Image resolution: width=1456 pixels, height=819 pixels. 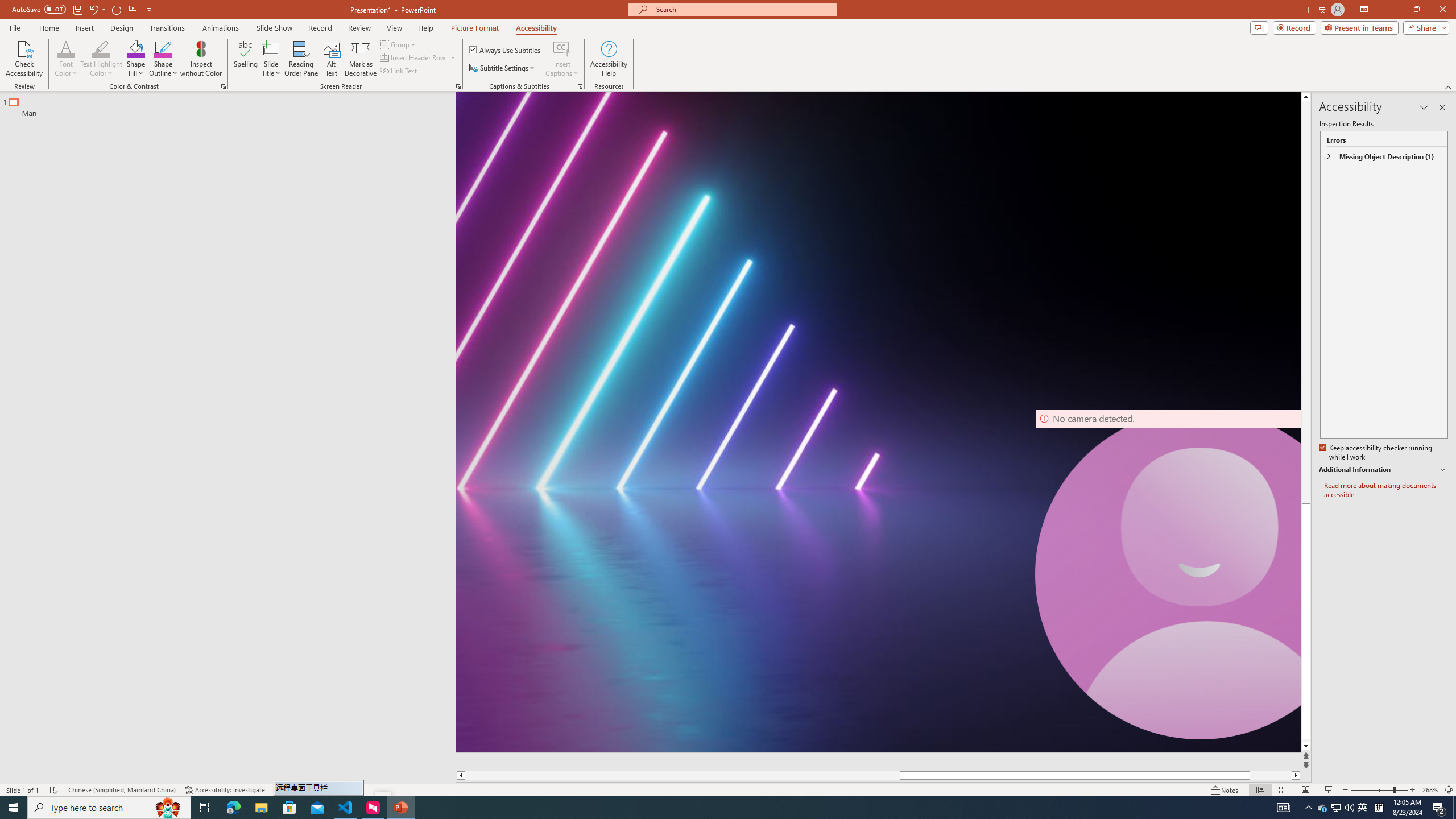 I want to click on 'AutoSave', so click(x=39, y=9).